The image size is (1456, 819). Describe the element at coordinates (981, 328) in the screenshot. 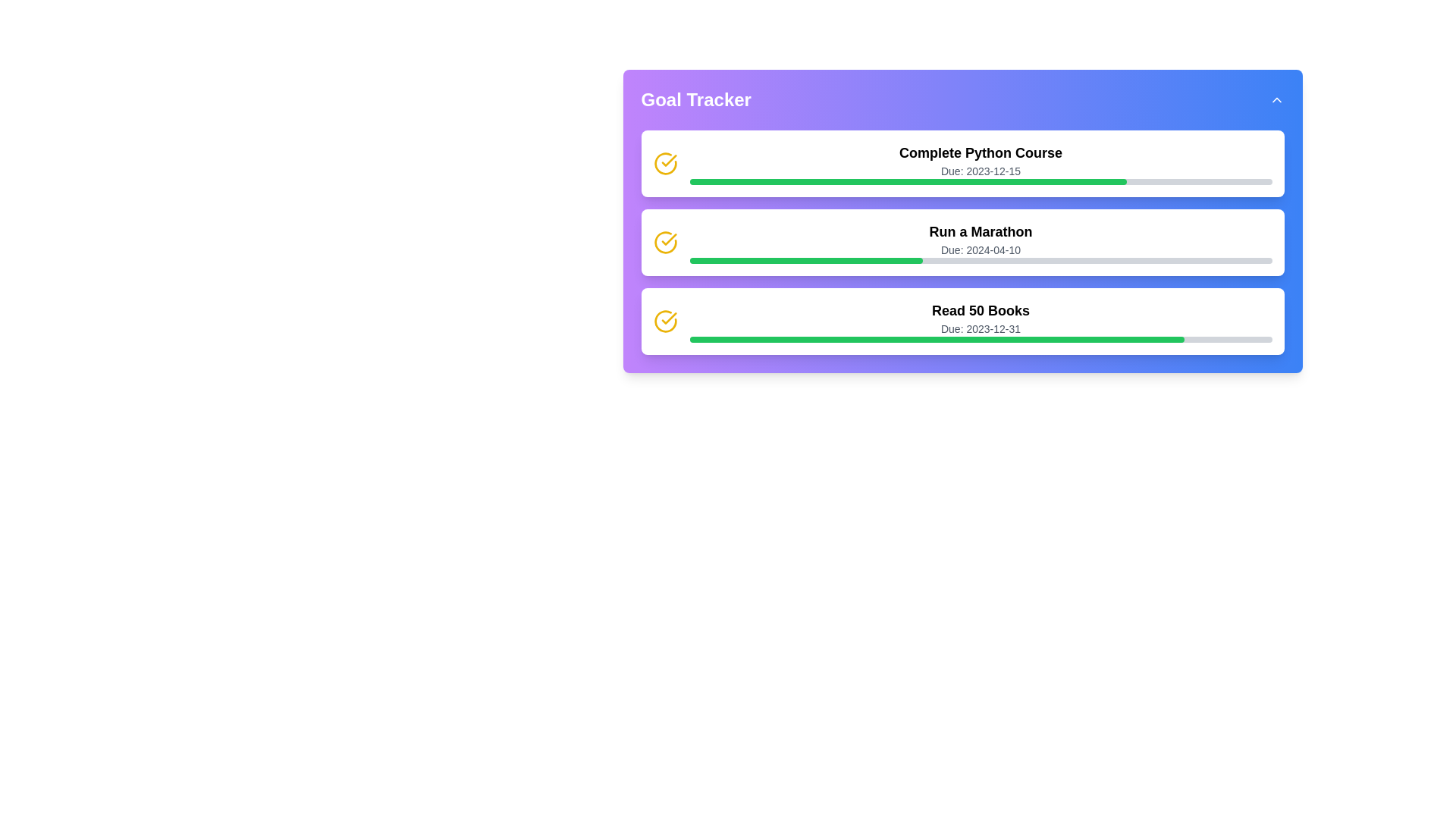

I see `static text label indicating the due date for the associated goal, which is positioned beneath the 'Read 50 Books' heading and above the progress bar` at that location.